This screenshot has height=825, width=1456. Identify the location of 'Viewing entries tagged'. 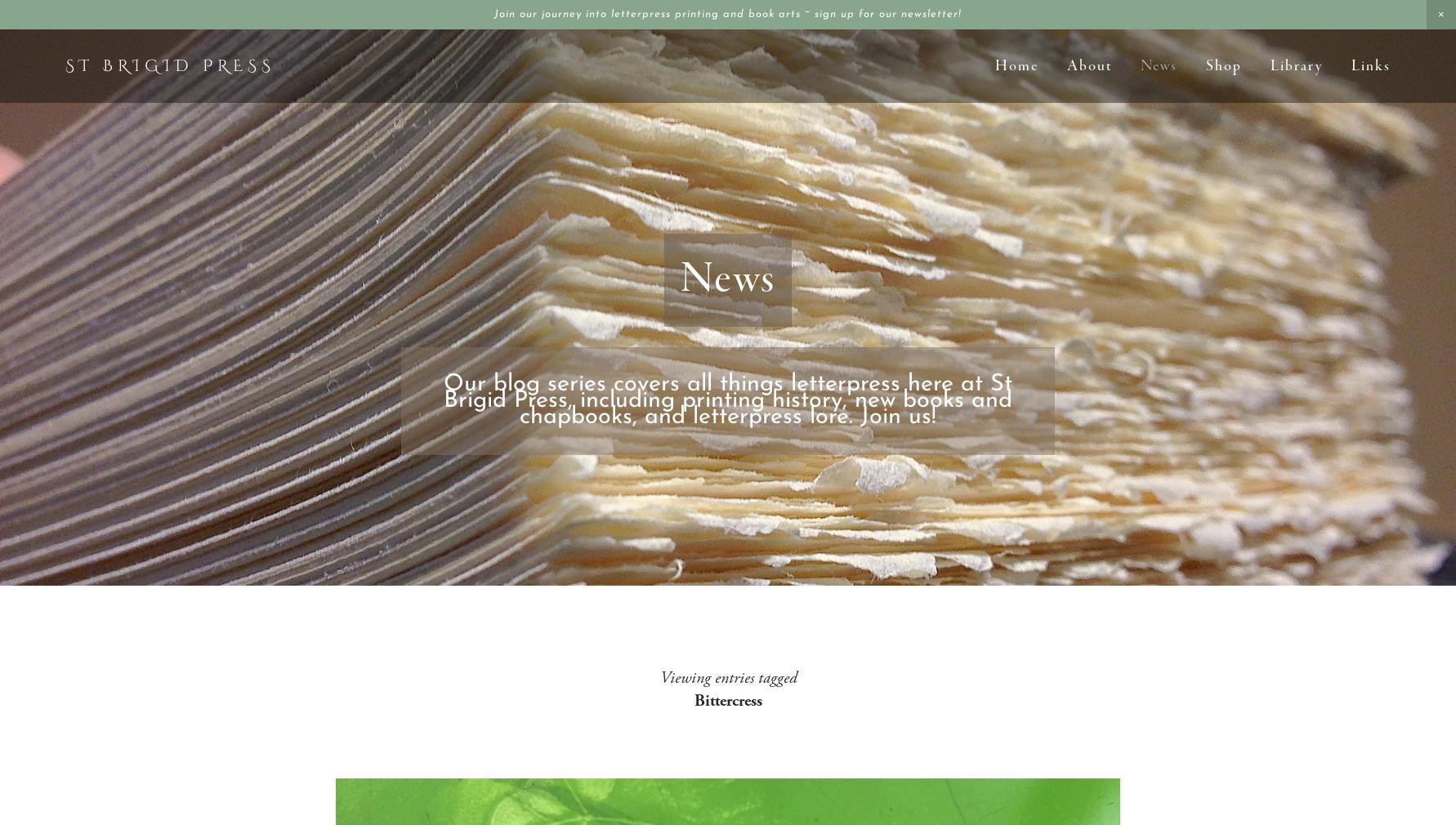
(726, 678).